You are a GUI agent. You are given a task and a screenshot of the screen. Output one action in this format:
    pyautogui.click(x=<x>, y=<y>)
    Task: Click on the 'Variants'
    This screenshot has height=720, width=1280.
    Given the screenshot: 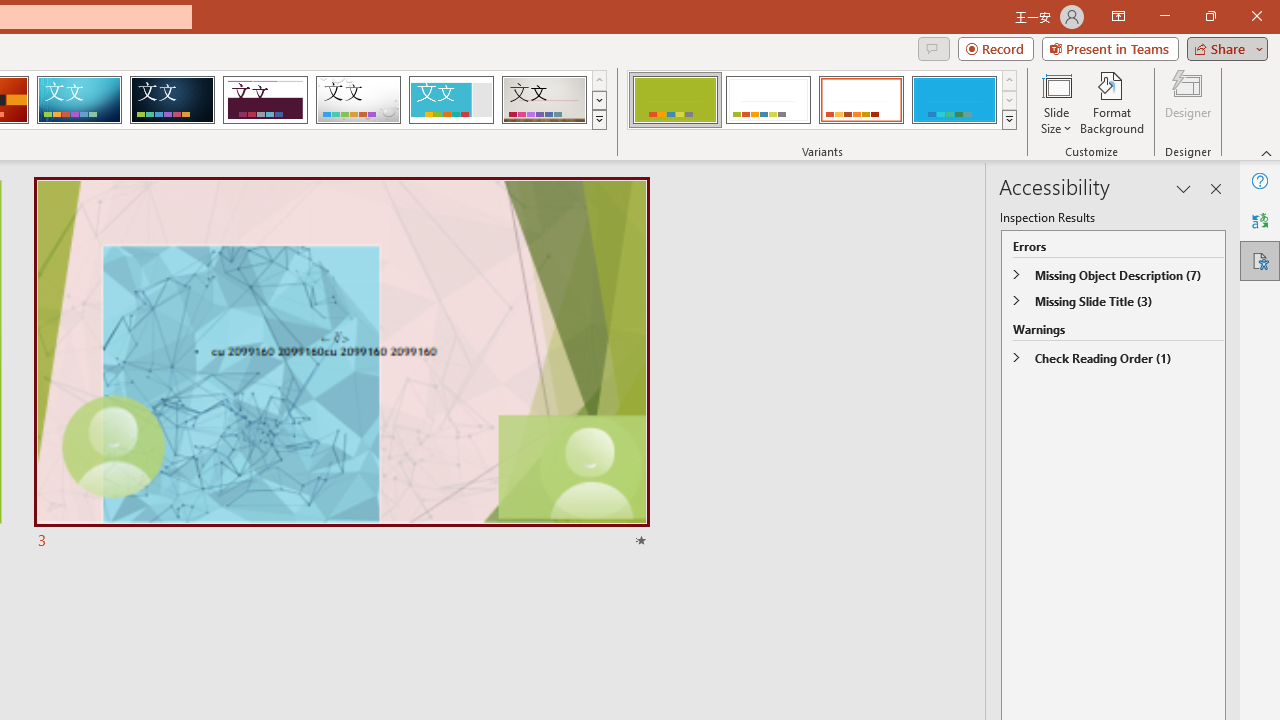 What is the action you would take?
    pyautogui.click(x=1009, y=120)
    